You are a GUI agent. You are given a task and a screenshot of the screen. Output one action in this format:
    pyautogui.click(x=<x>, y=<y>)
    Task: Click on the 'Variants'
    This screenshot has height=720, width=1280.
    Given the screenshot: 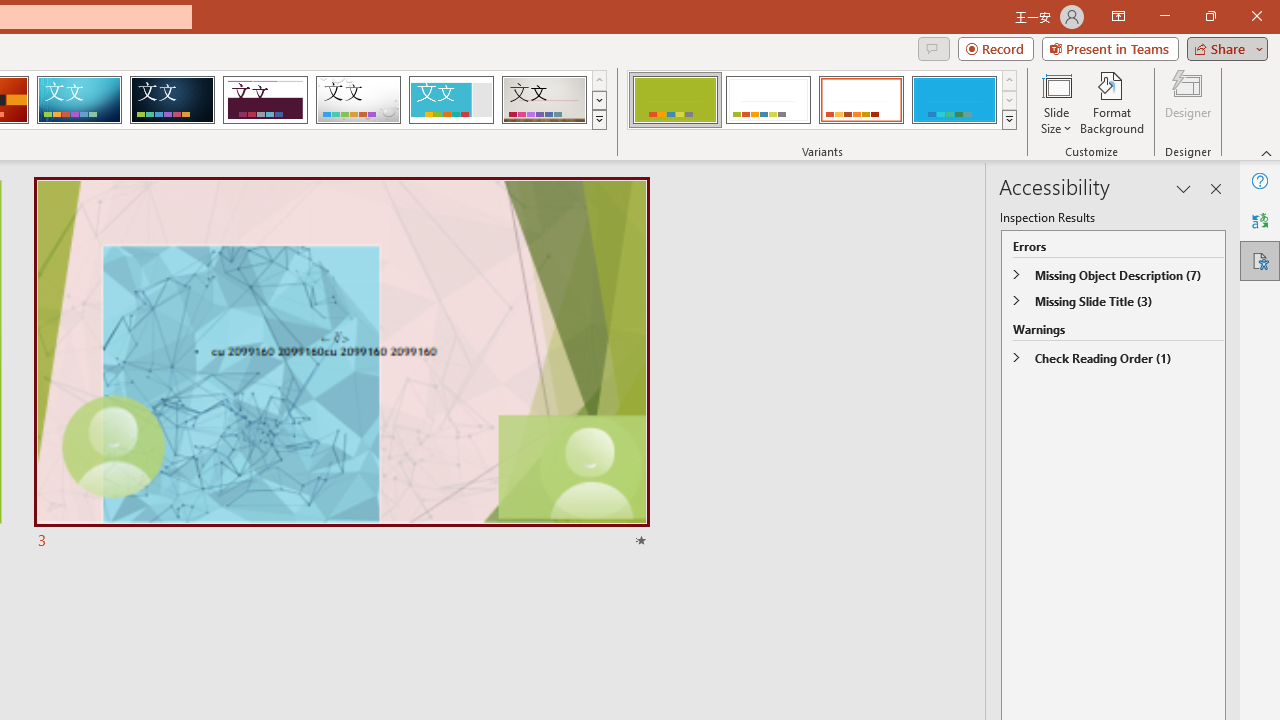 What is the action you would take?
    pyautogui.click(x=1009, y=120)
    